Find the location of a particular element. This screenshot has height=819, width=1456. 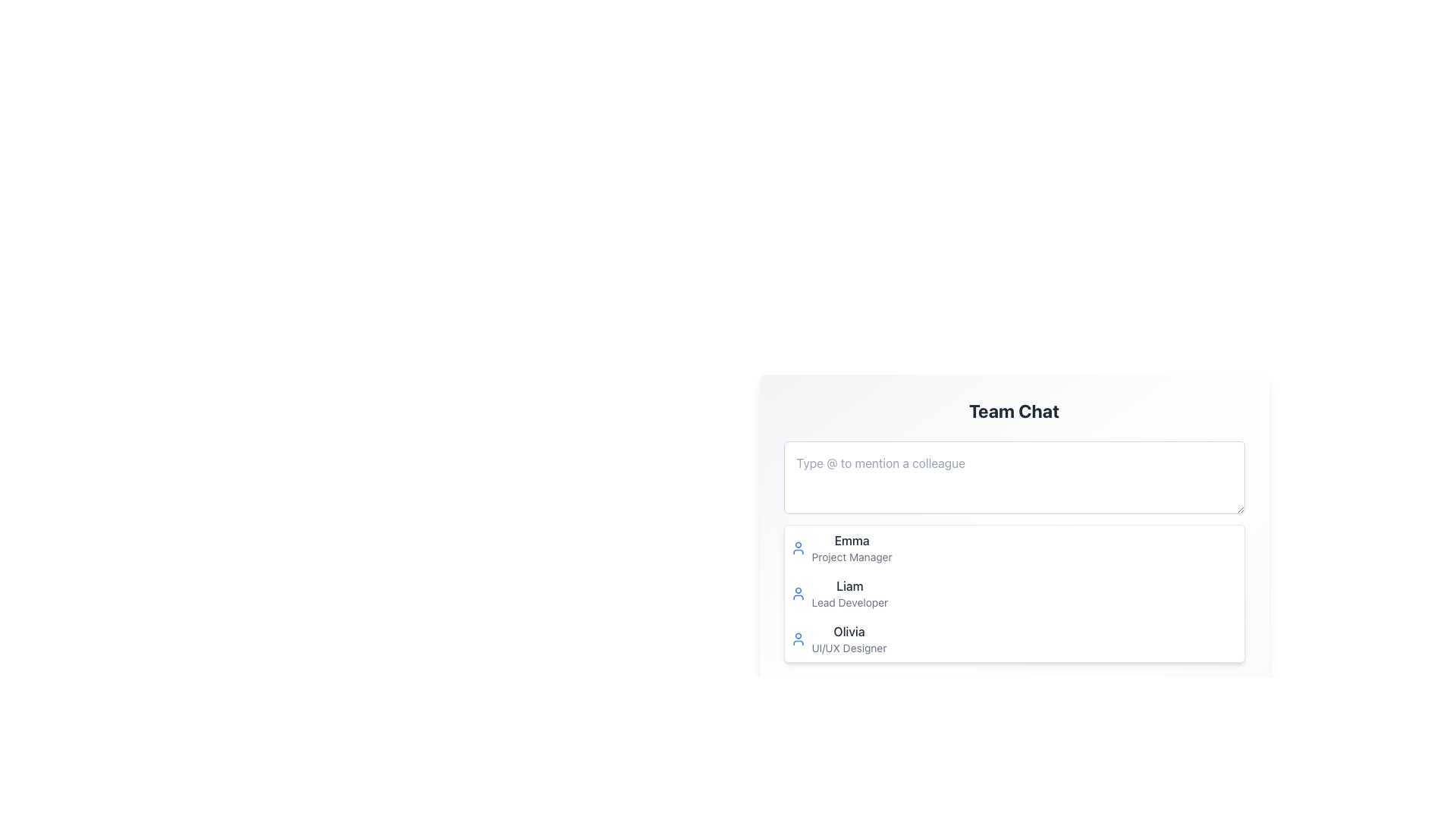

the center of the List Item element displaying 'Liam', the Lead Developer is located at coordinates (849, 593).